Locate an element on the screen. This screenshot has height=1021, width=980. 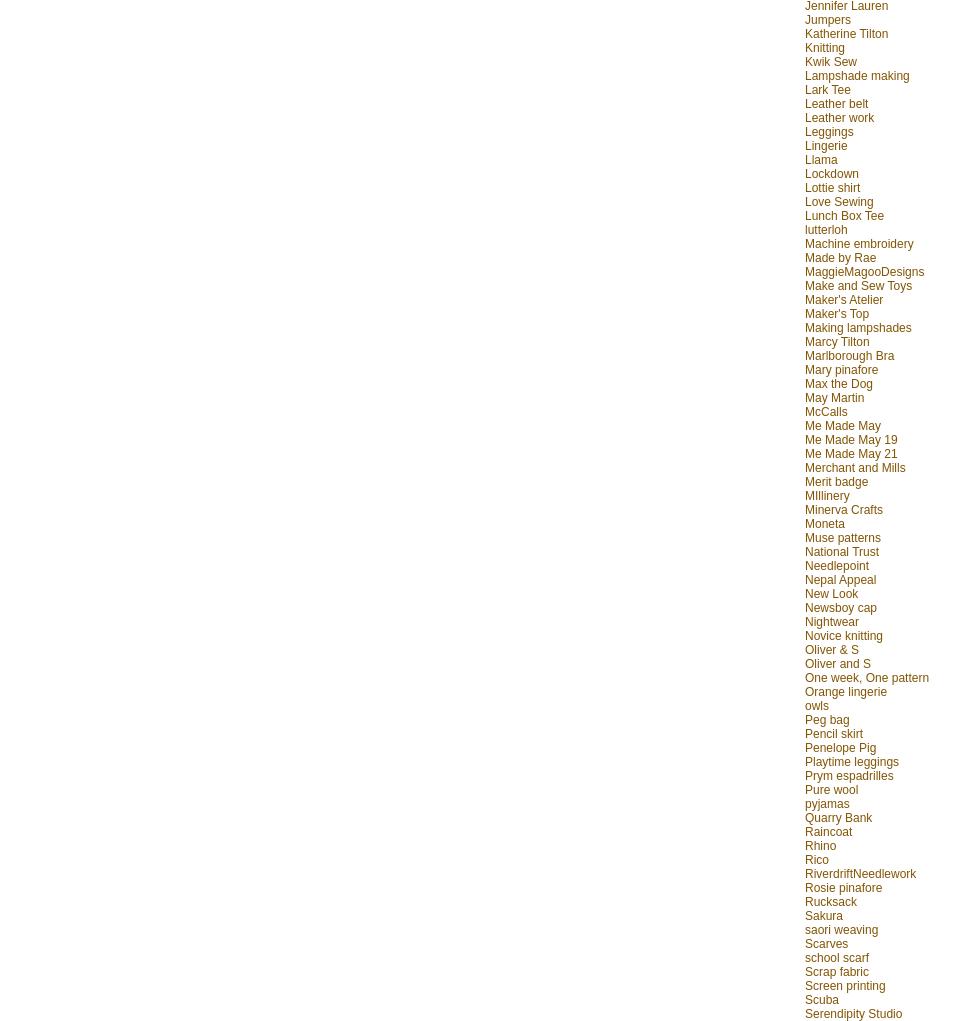
'MaggieMagooDesigns' is located at coordinates (804, 269).